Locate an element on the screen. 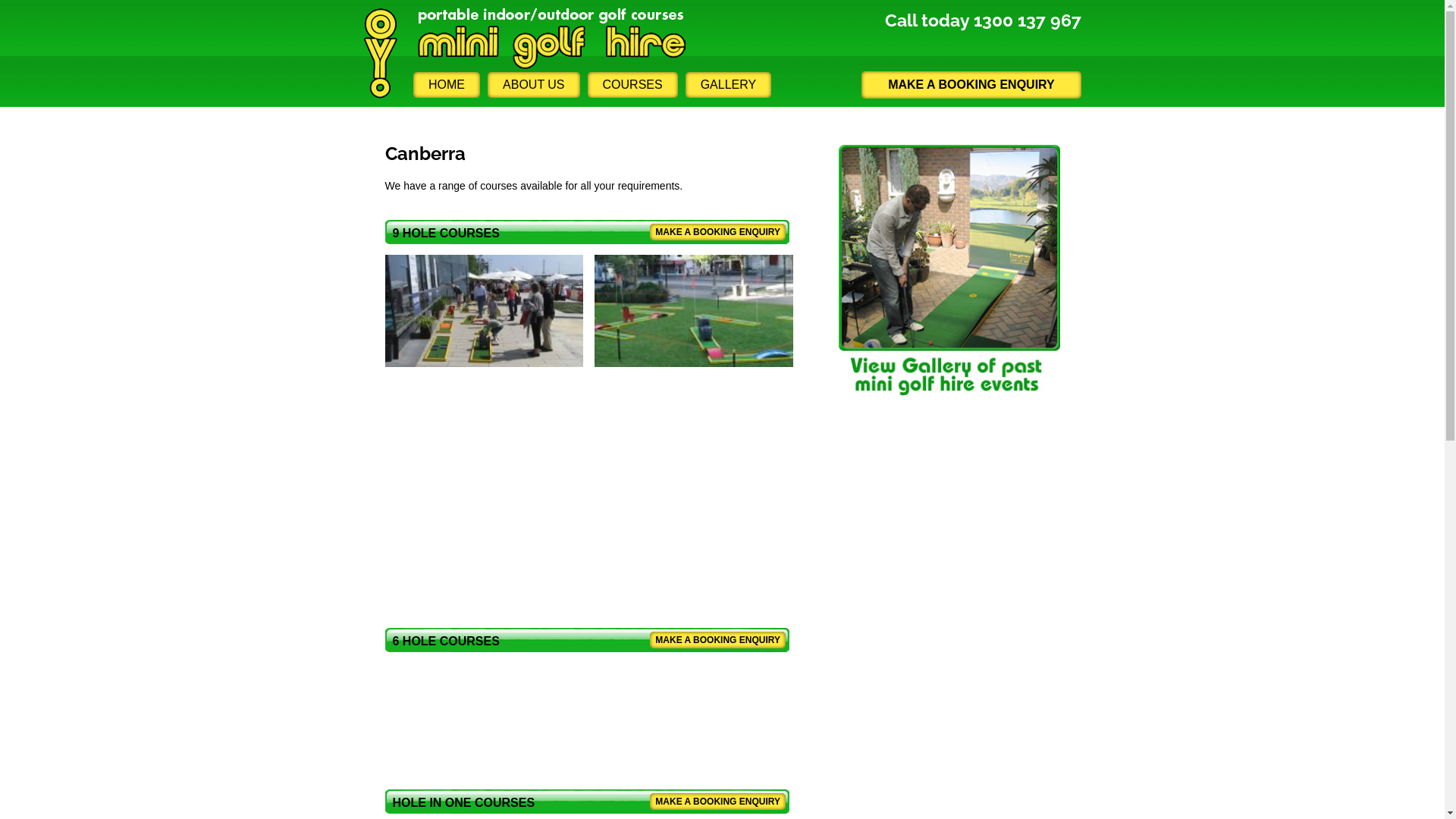  'HOME' is located at coordinates (446, 84).